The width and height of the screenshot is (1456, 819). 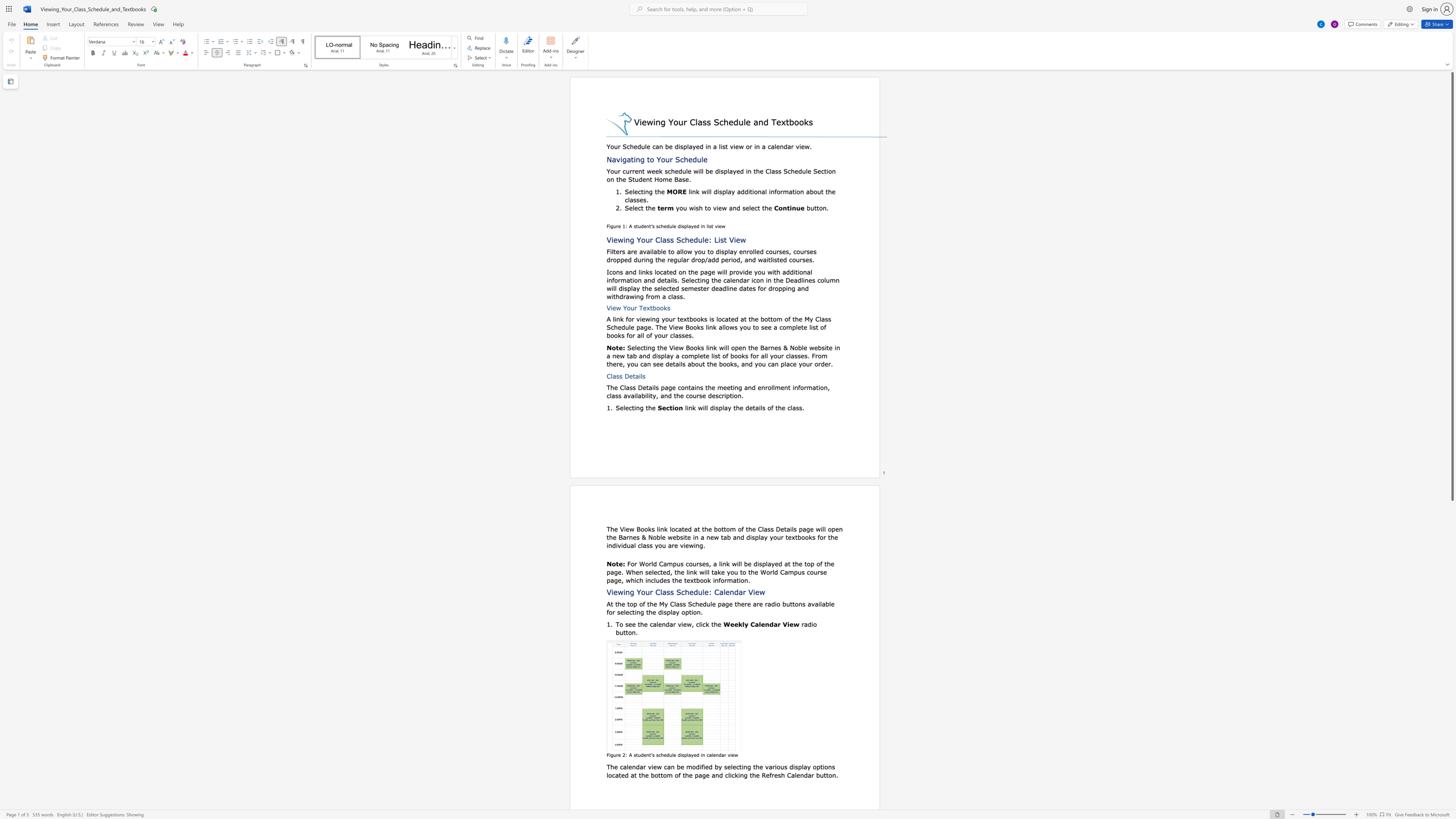 What do you see at coordinates (1451, 766) in the screenshot?
I see `the scrollbar to scroll the page down` at bounding box center [1451, 766].